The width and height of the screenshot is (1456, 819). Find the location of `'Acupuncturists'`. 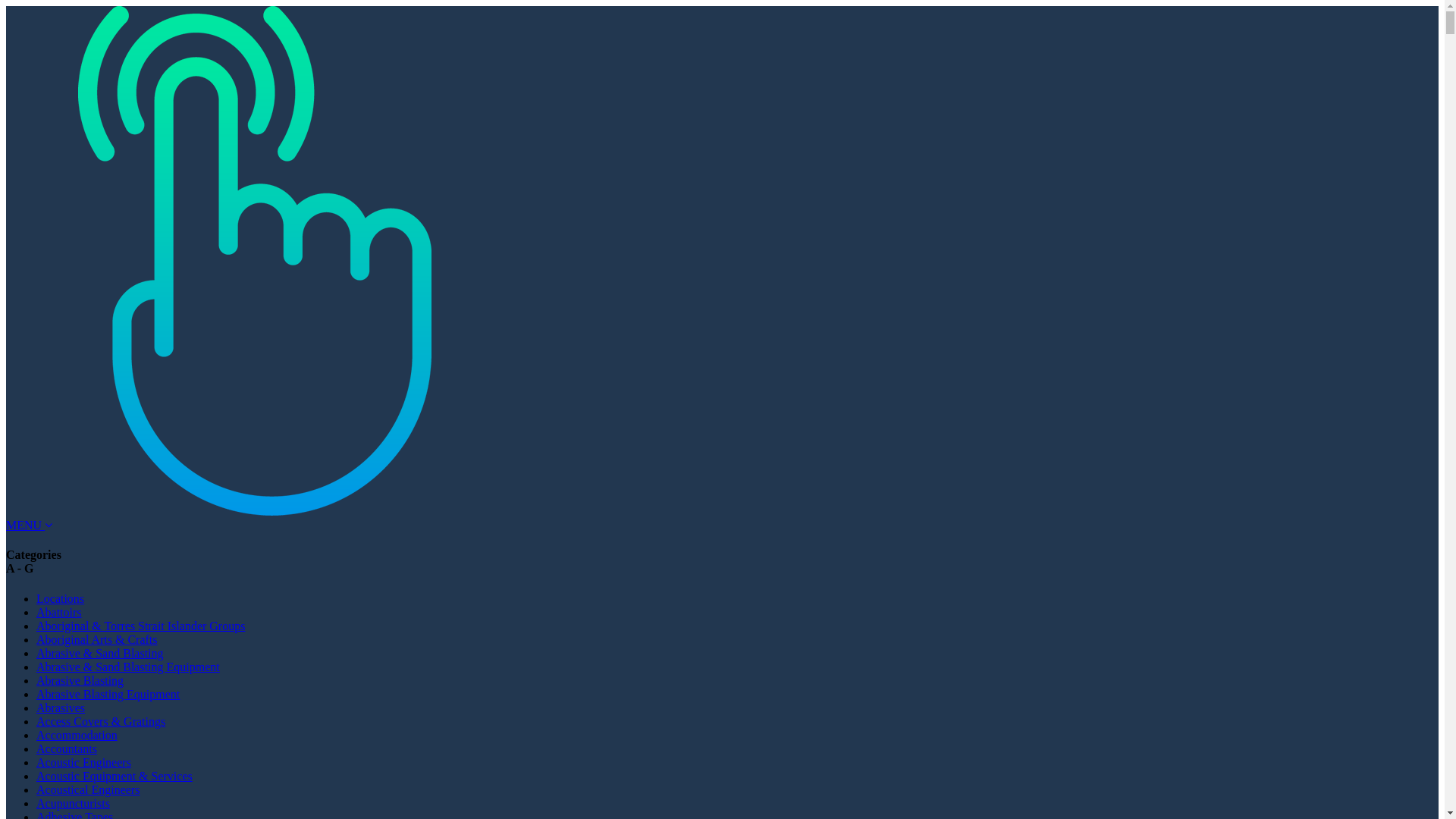

'Acupuncturists' is located at coordinates (72, 802).